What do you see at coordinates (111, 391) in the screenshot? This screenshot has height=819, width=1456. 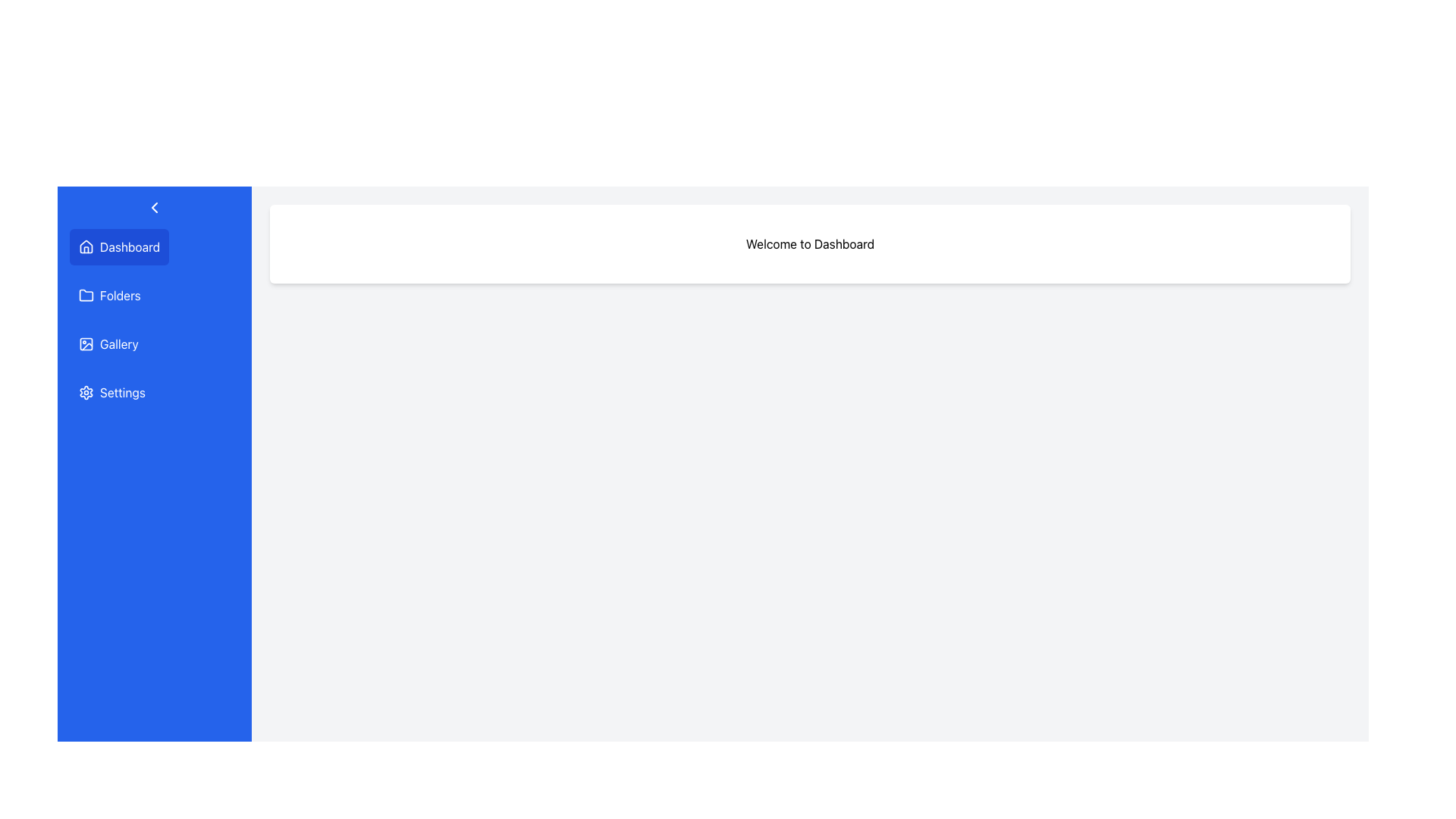 I see `the navigation button for settings located below the 'Gallery' element` at bounding box center [111, 391].